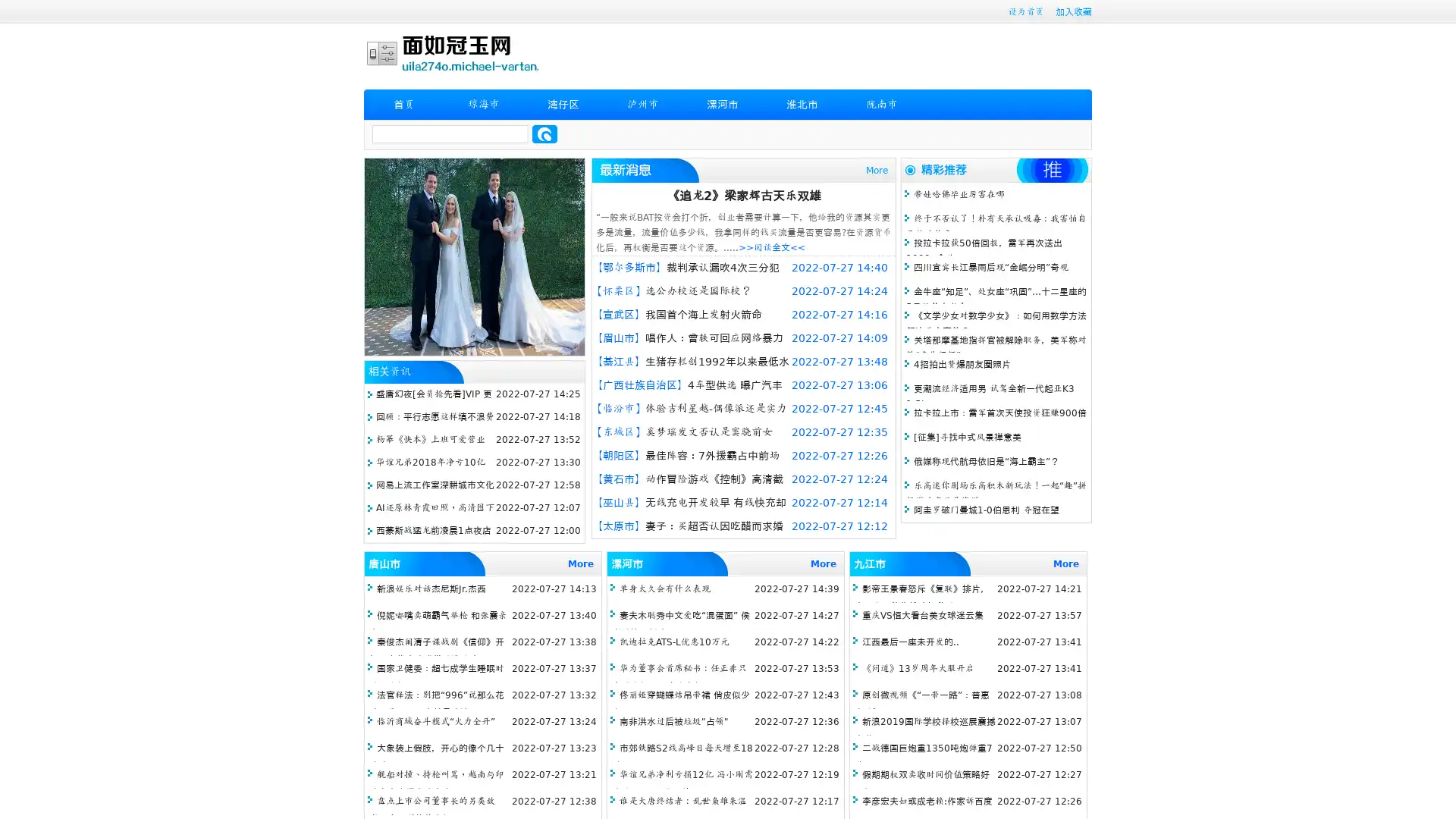 The image size is (1456, 819). What do you see at coordinates (544, 133) in the screenshot?
I see `Search` at bounding box center [544, 133].